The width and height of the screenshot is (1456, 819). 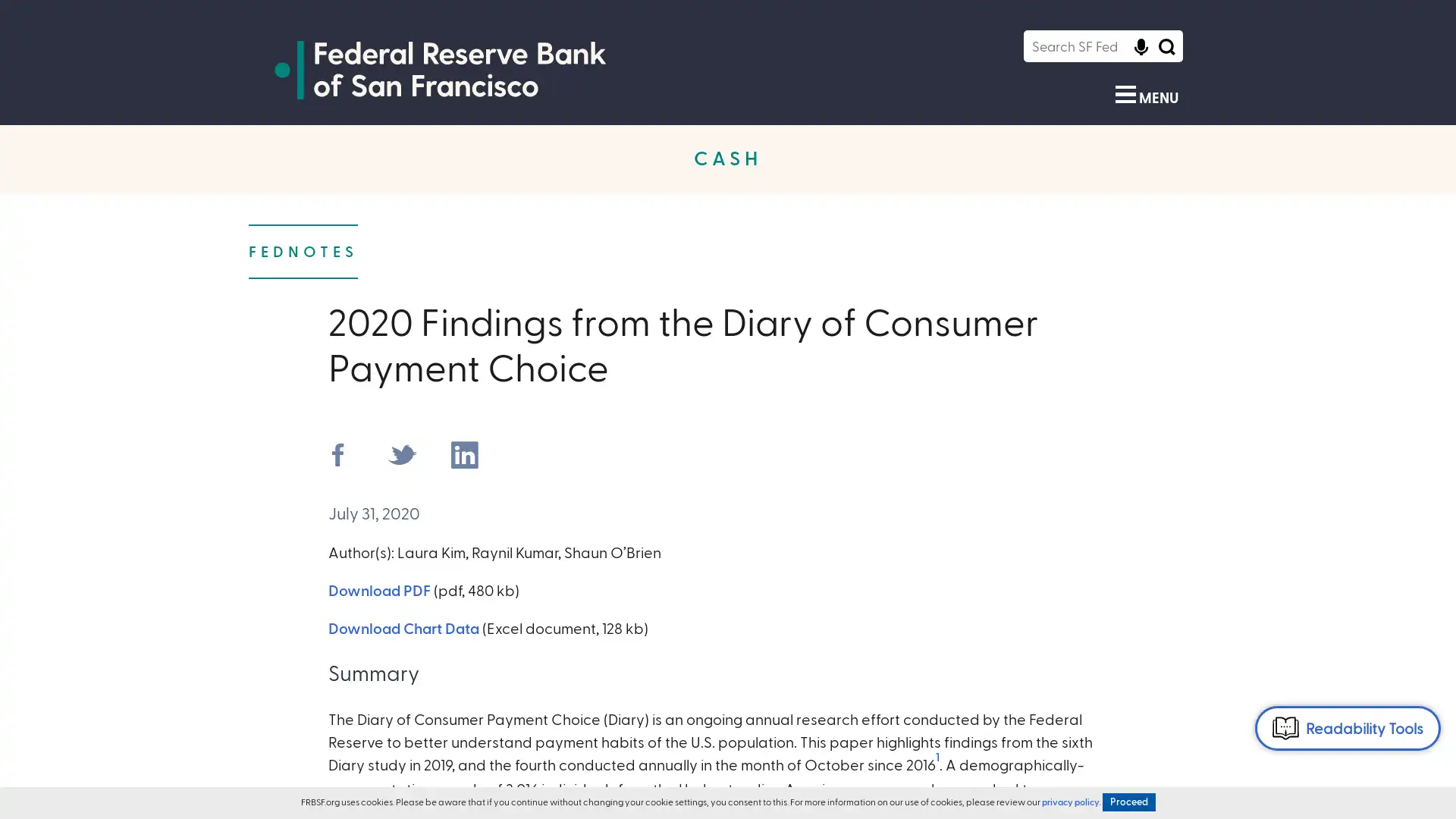 I want to click on Readability Tools, so click(x=1348, y=726).